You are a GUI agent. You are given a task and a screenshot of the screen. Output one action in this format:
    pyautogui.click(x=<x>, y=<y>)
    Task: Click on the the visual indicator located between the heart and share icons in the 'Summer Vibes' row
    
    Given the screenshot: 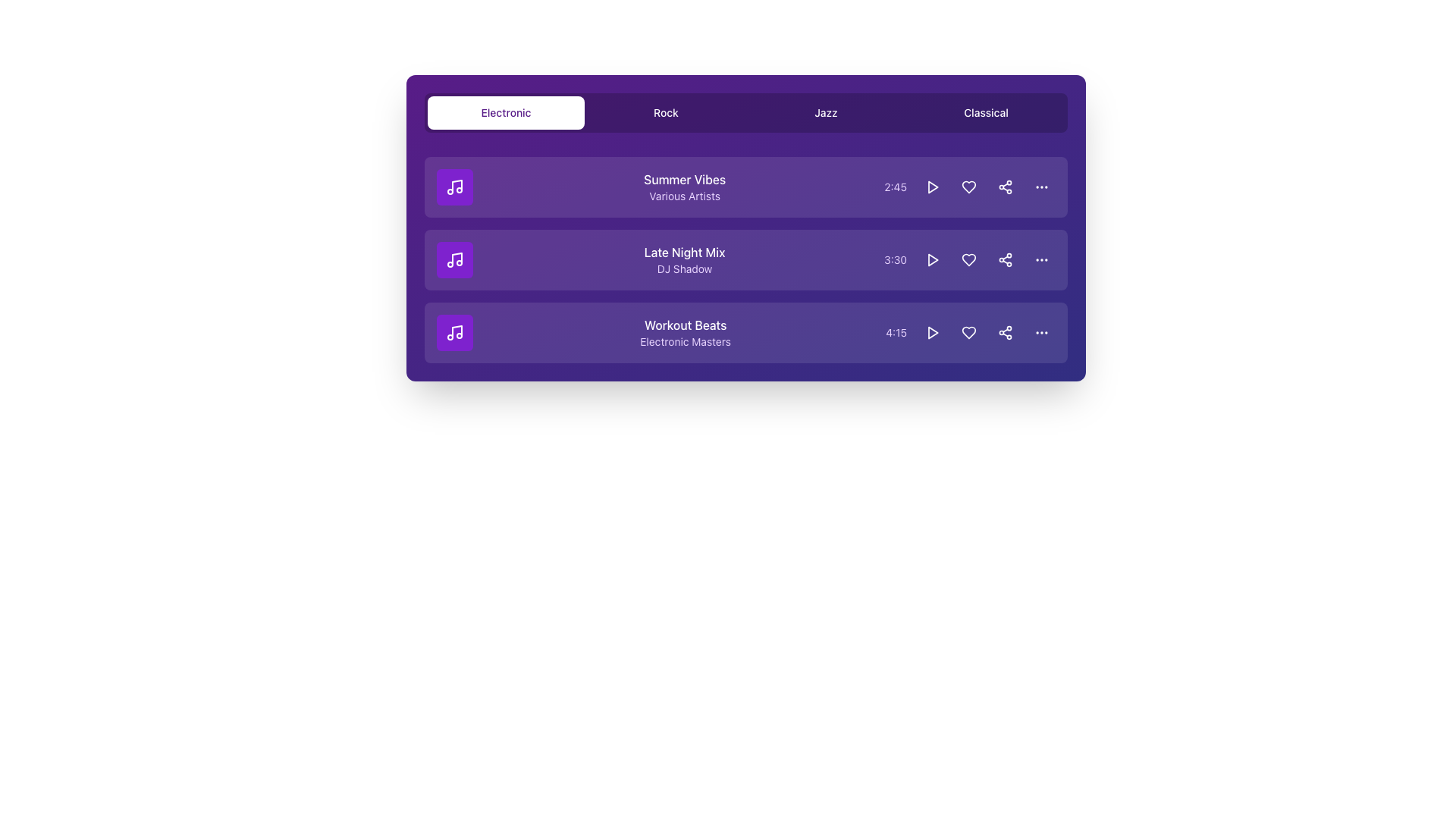 What is the action you would take?
    pyautogui.click(x=987, y=186)
    